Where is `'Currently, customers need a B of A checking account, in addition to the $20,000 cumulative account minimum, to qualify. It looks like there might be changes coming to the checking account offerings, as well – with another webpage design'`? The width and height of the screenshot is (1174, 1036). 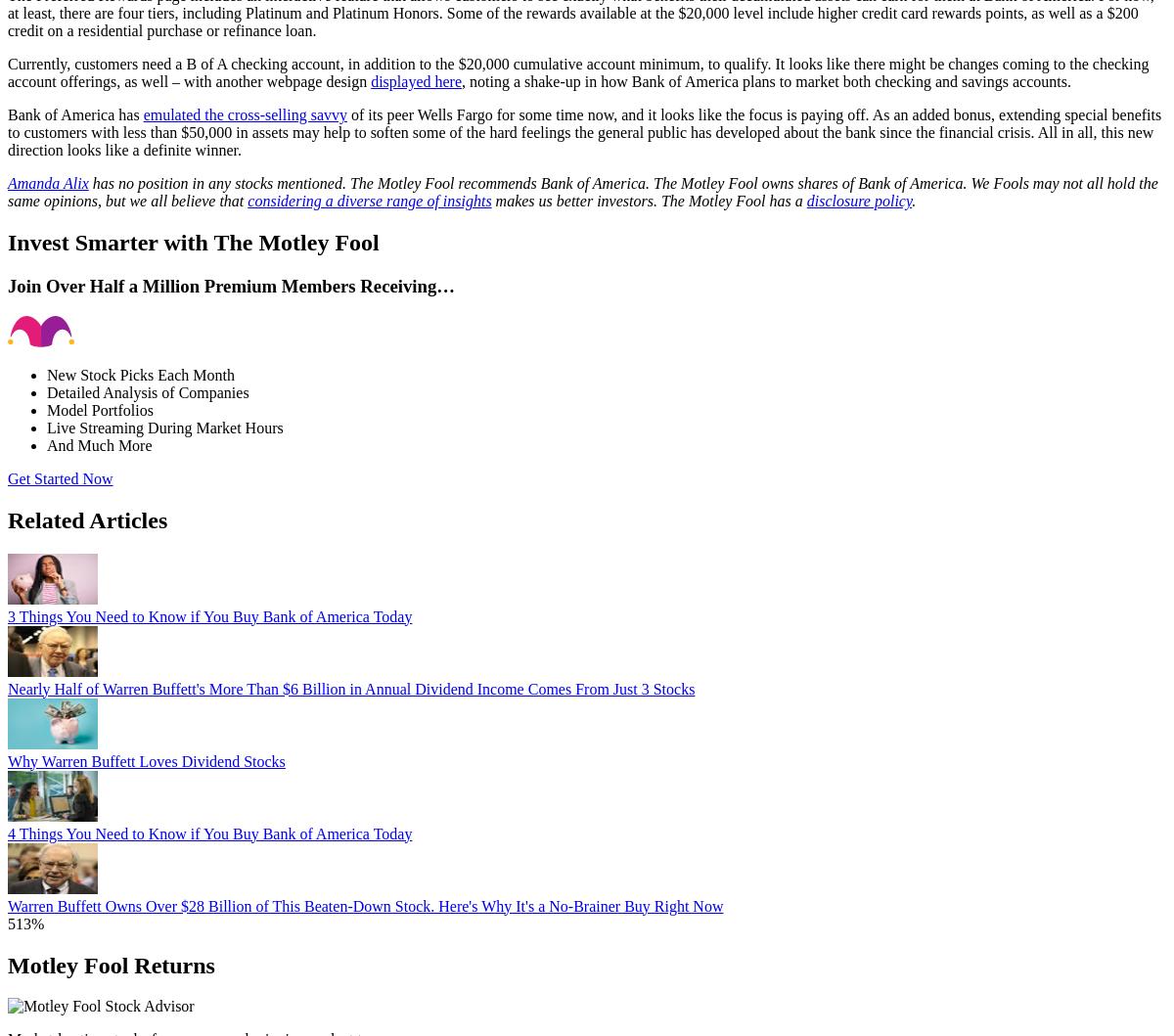
'Currently, customers need a B of A checking account, in addition to the $20,000 cumulative account minimum, to qualify. It looks like there might be changes coming to the checking account offerings, as well – with another webpage design' is located at coordinates (577, 72).